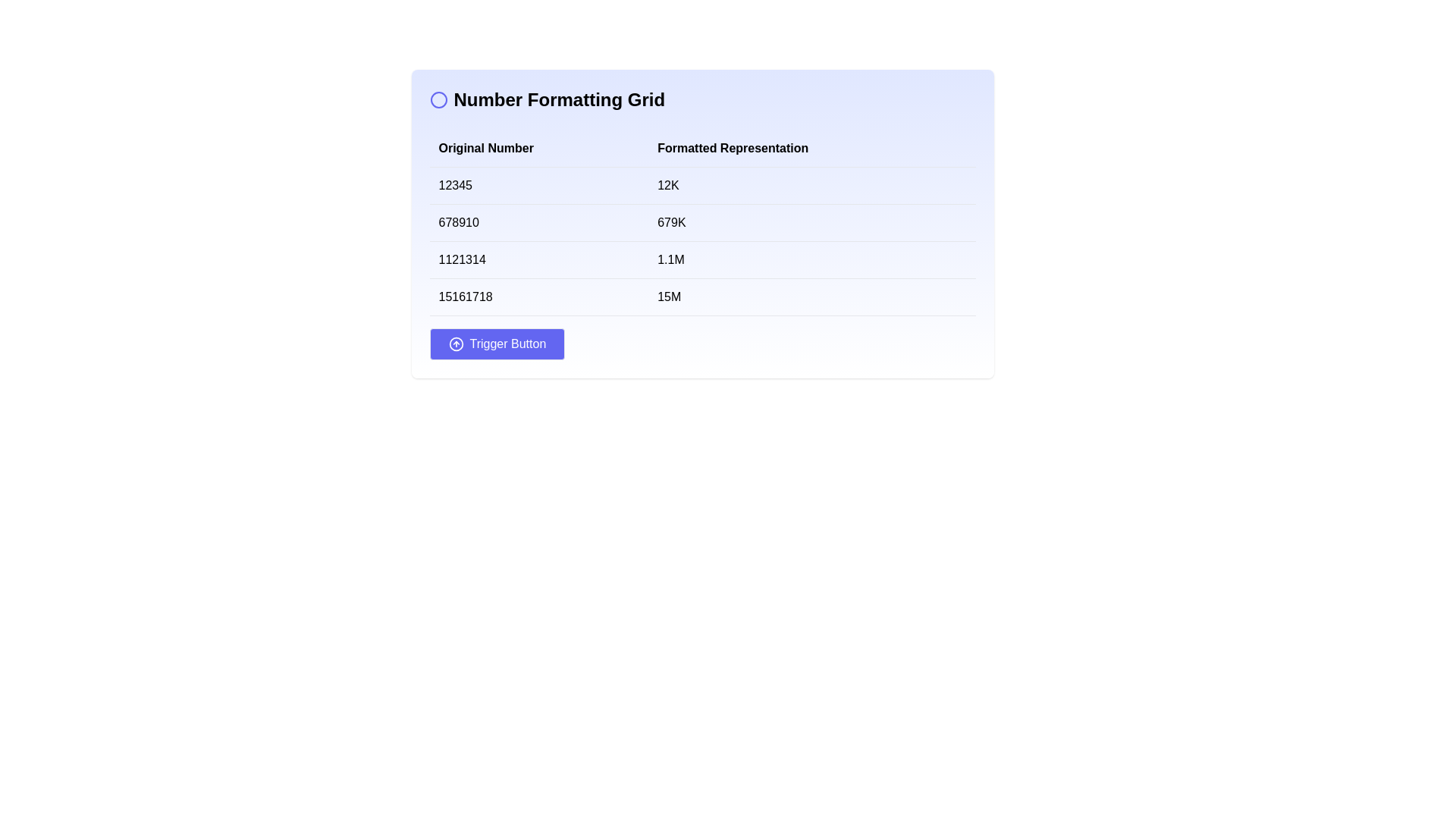  Describe the element at coordinates (701, 297) in the screenshot. I see `the fourth row in the 'Number Formatting Grid' table that displays 'Original Number' as '15161718' and 'Formatted Representation' as '15M' to interact with it` at that location.